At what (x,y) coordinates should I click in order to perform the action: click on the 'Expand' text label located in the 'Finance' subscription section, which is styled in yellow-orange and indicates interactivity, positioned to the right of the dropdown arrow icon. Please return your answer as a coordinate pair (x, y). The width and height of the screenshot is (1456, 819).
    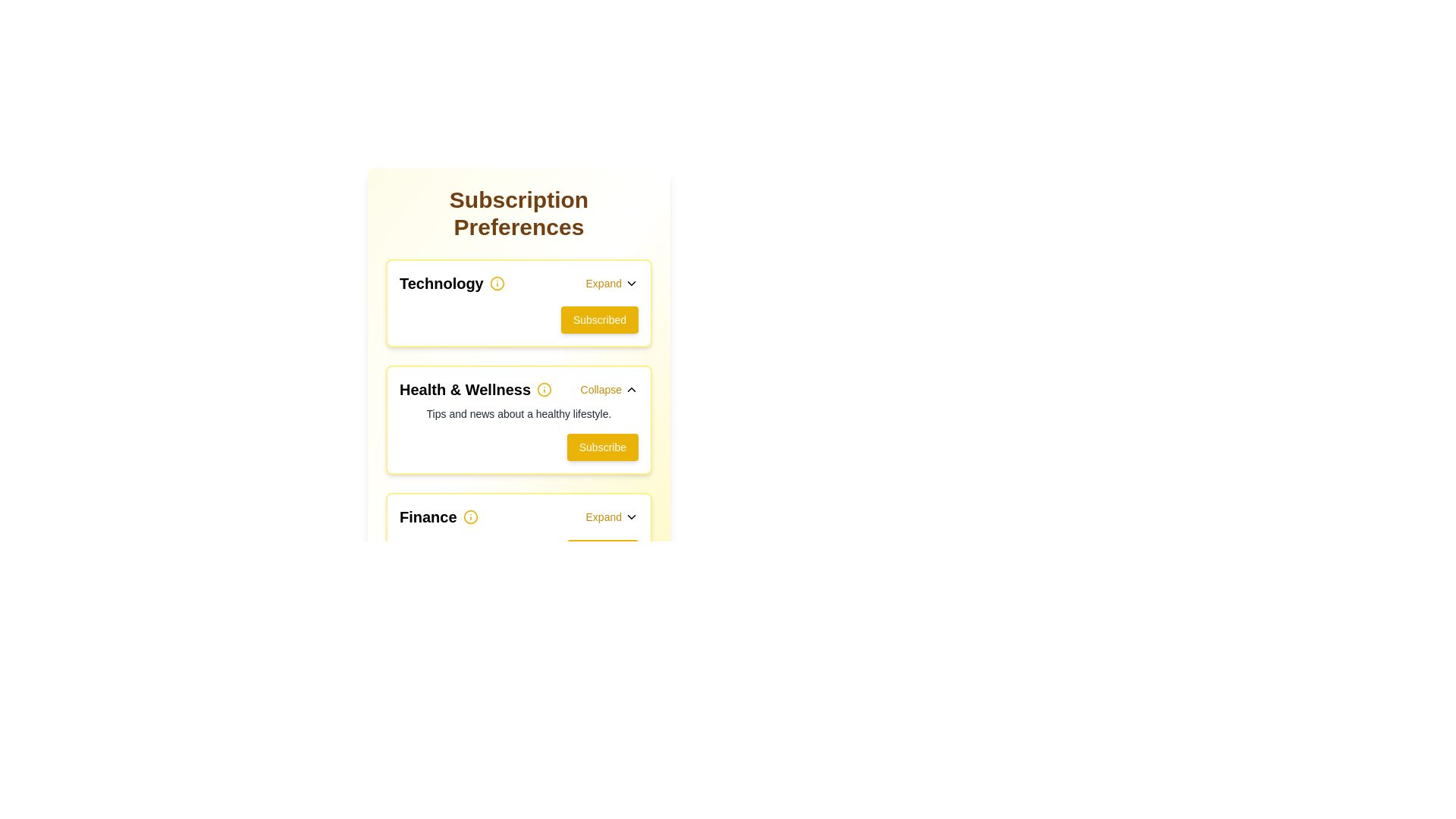
    Looking at the image, I should click on (603, 516).